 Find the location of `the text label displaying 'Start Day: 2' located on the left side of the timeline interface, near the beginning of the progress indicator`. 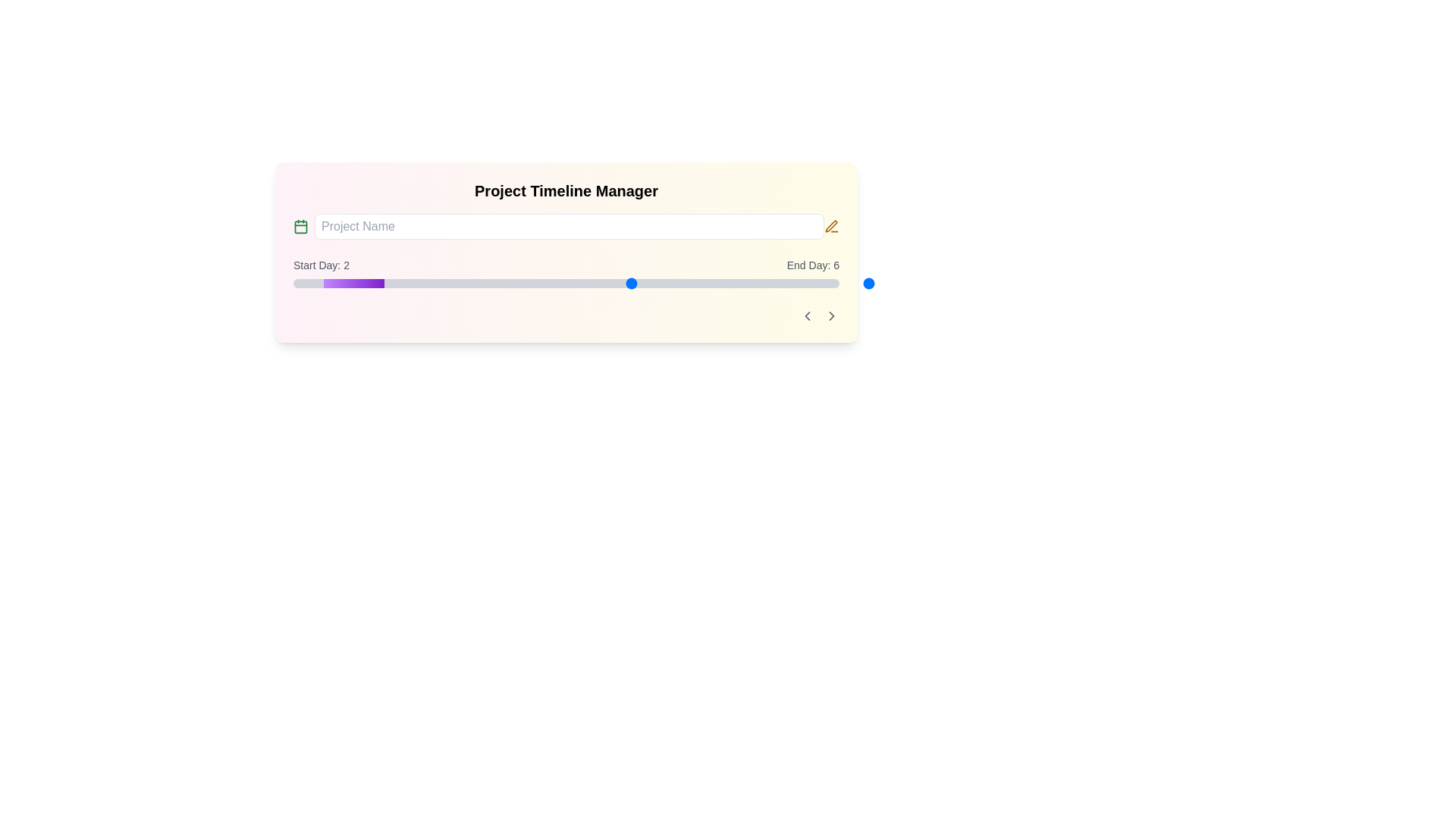

the text label displaying 'Start Day: 2' located on the left side of the timeline interface, near the beginning of the progress indicator is located at coordinates (320, 265).